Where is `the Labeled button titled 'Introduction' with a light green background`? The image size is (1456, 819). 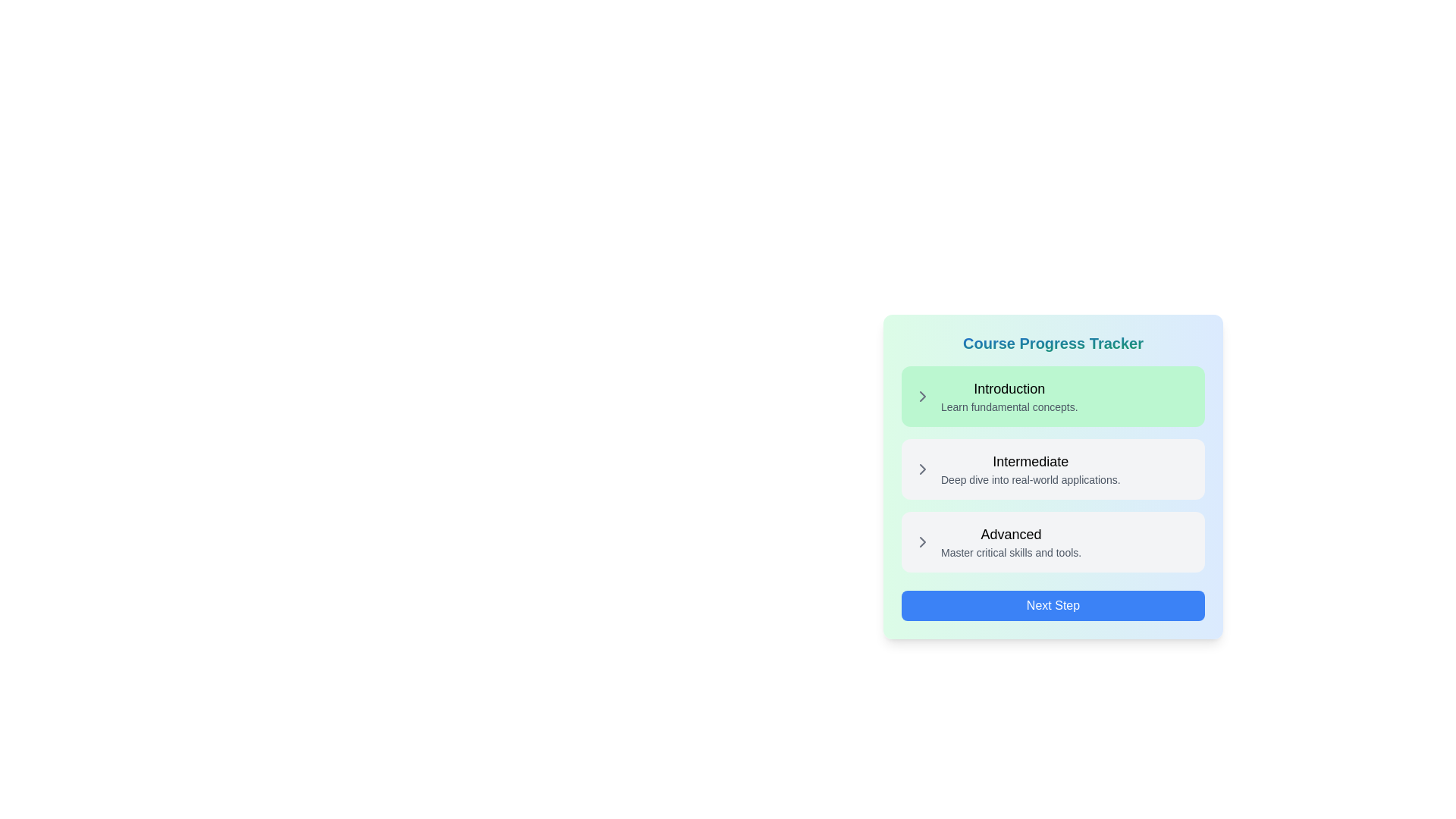 the Labeled button titled 'Introduction' with a light green background is located at coordinates (1009, 396).